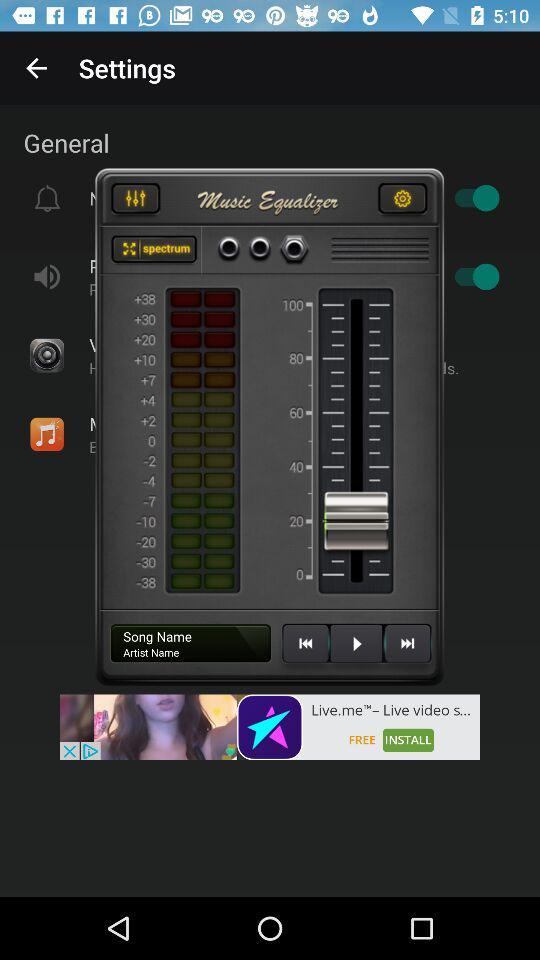 The width and height of the screenshot is (540, 960). I want to click on the settings icon, so click(402, 201).